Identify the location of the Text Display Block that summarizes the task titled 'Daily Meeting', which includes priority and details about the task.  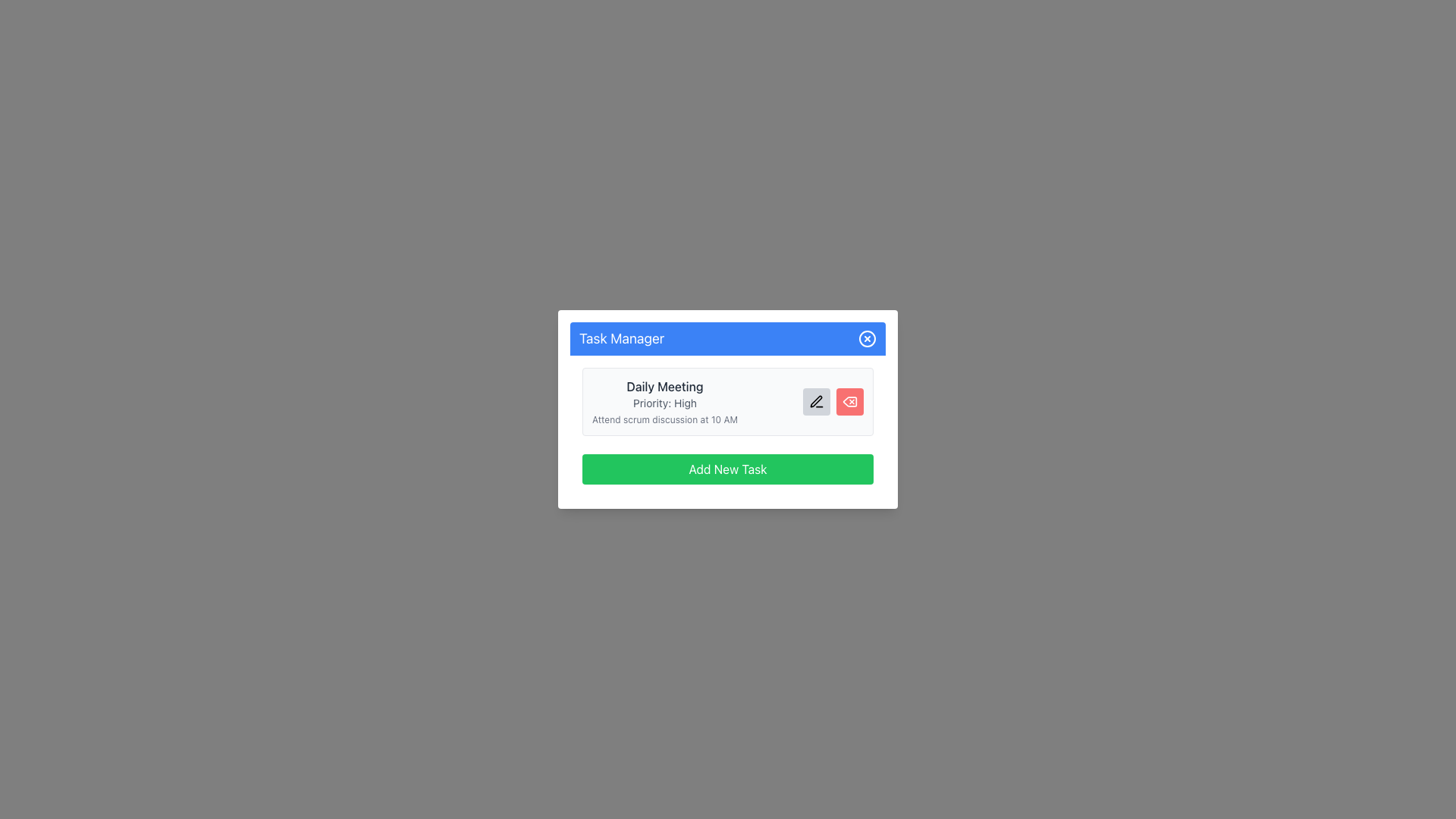
(665, 400).